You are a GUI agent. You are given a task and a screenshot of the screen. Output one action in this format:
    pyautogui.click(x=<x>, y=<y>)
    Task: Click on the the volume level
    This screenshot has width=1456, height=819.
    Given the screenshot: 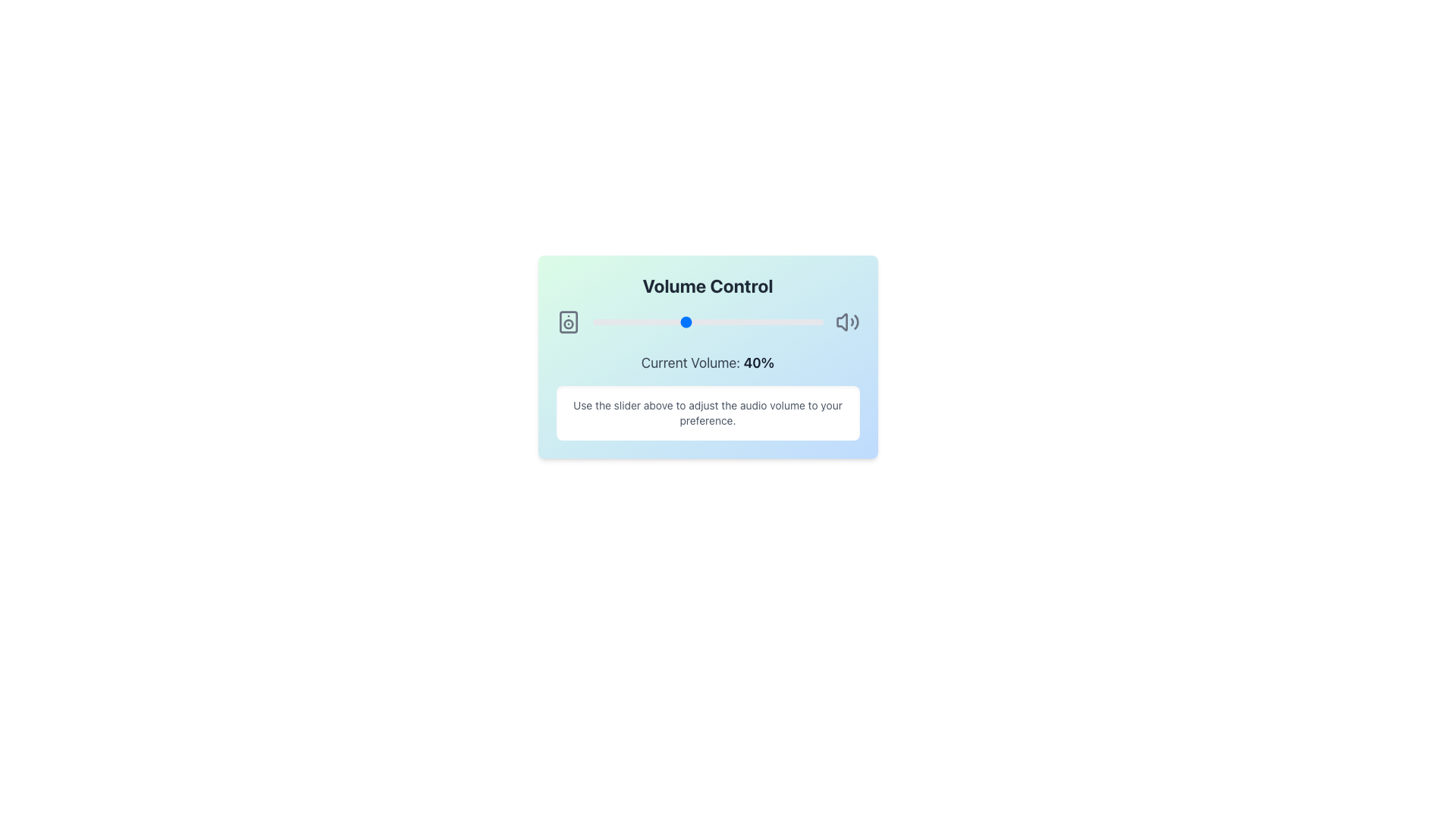 What is the action you would take?
    pyautogui.click(x=659, y=321)
    